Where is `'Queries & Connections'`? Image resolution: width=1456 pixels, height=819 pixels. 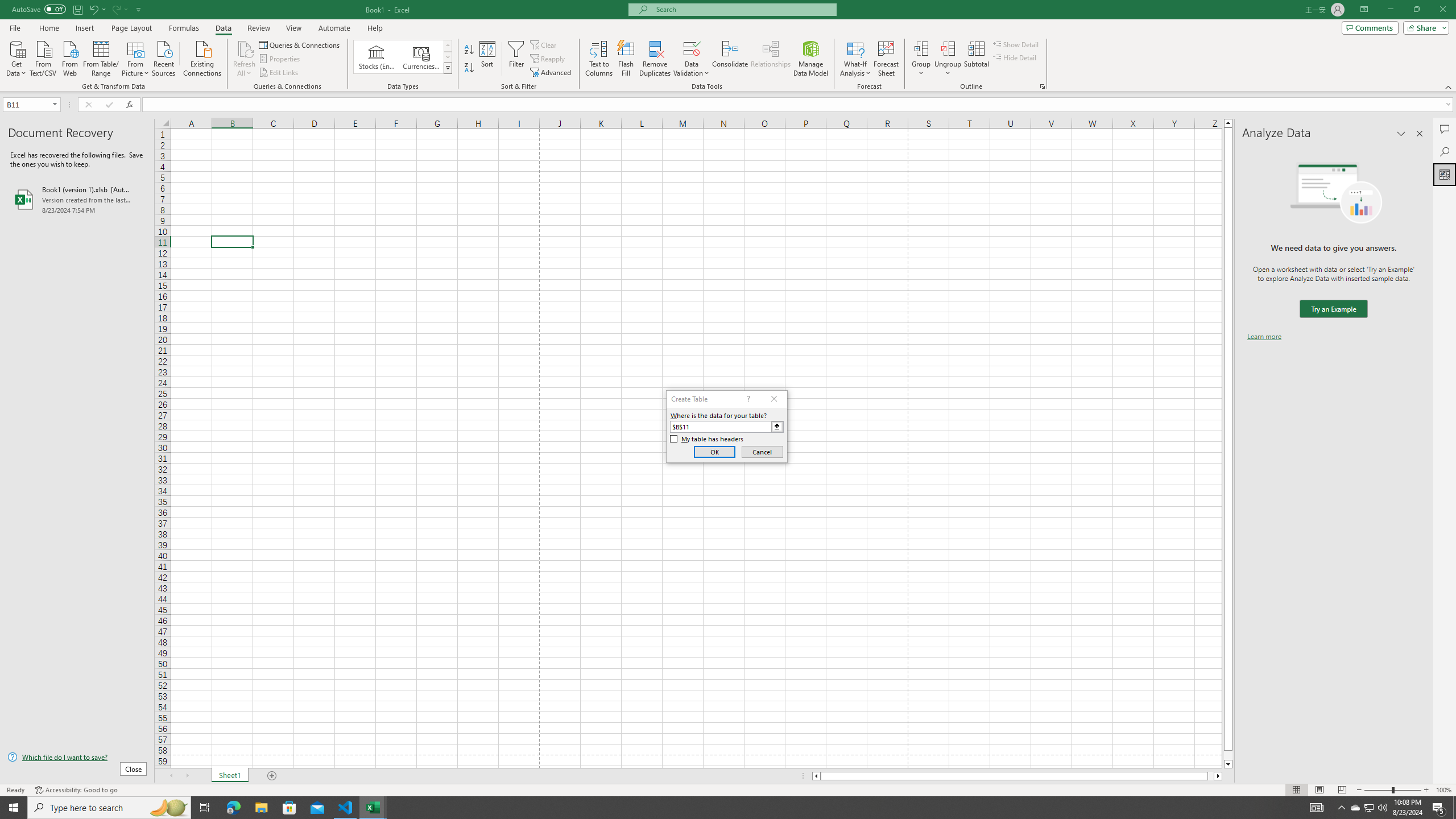 'Queries & Connections' is located at coordinates (300, 44).